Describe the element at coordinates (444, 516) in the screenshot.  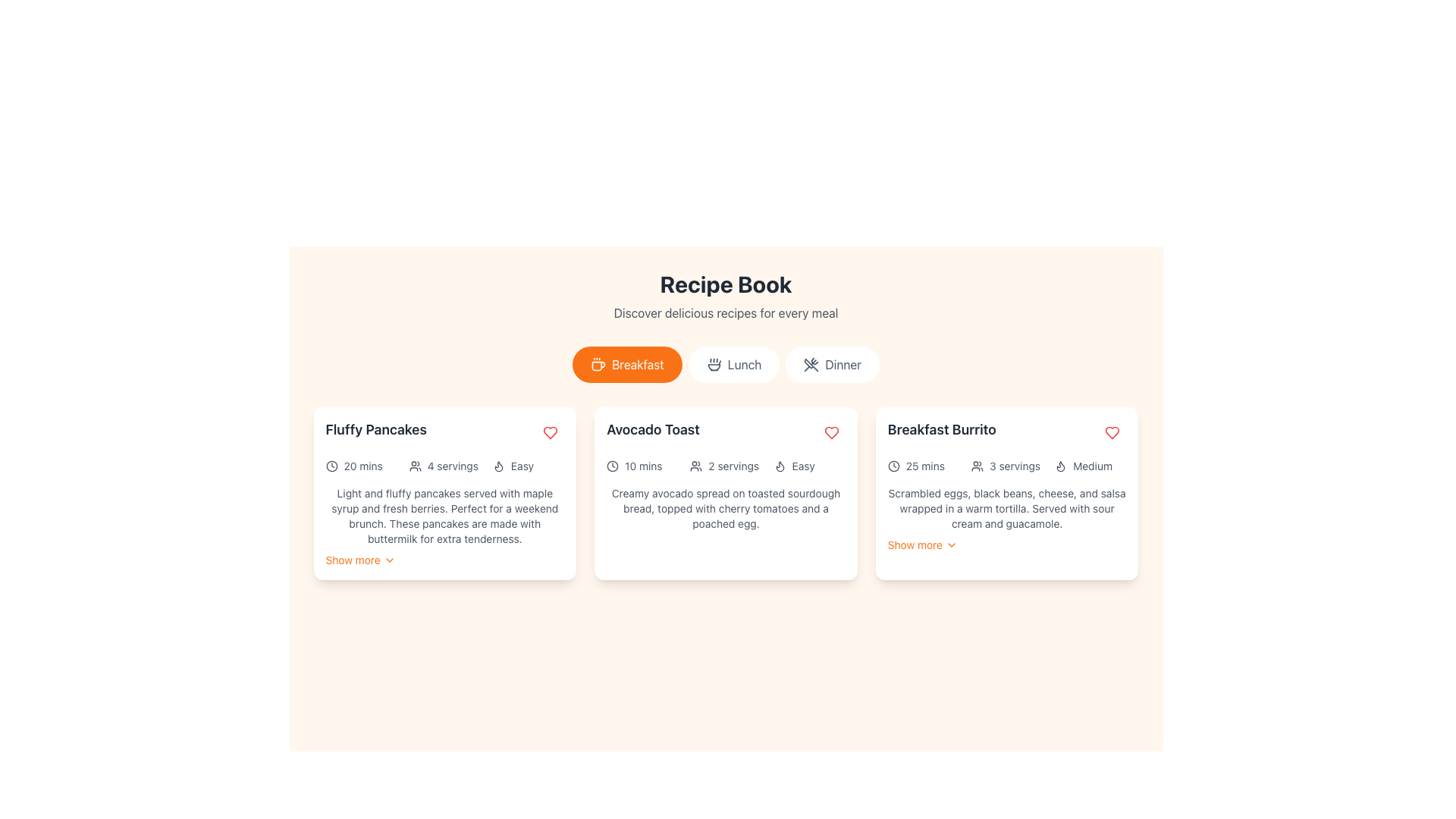
I see `the descriptive text block mentioning 'Light and fluffy pancakes' located in the first recipe card titled 'Fluffy Pancakes'` at that location.